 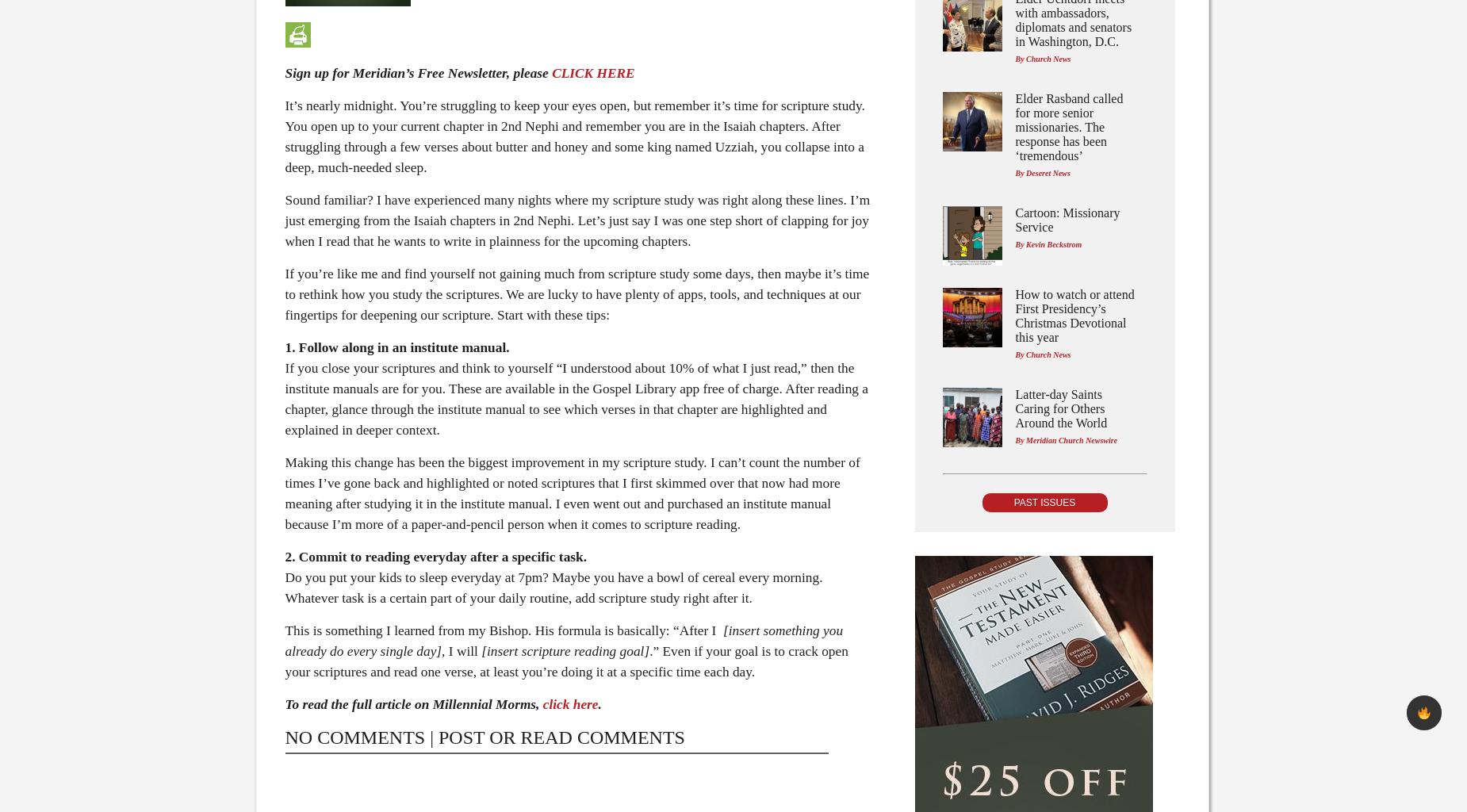 I want to click on 'Deseret News', so click(x=1047, y=172).